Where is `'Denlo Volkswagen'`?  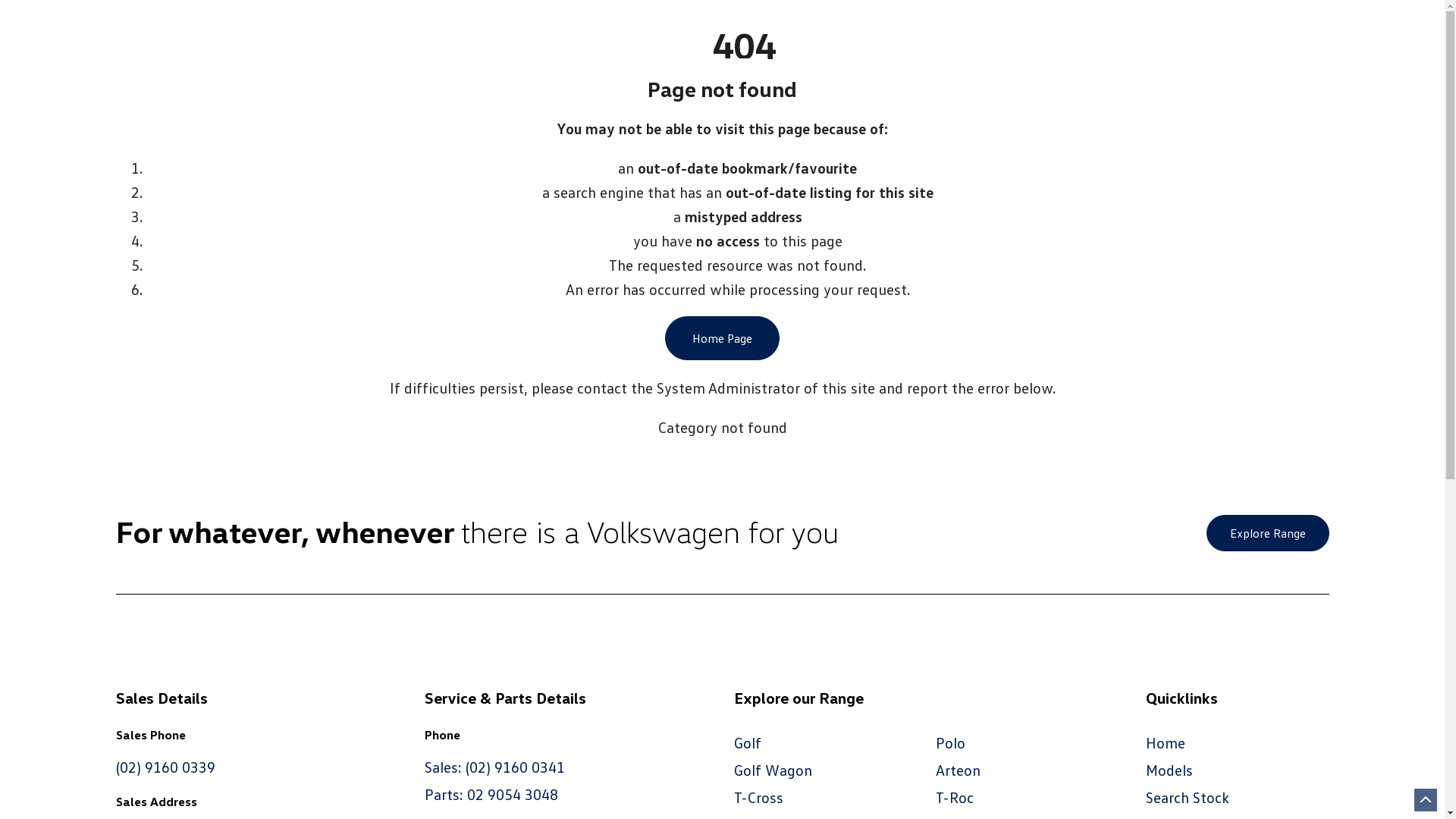
'Denlo Volkswagen' is located at coordinates (870, 58).